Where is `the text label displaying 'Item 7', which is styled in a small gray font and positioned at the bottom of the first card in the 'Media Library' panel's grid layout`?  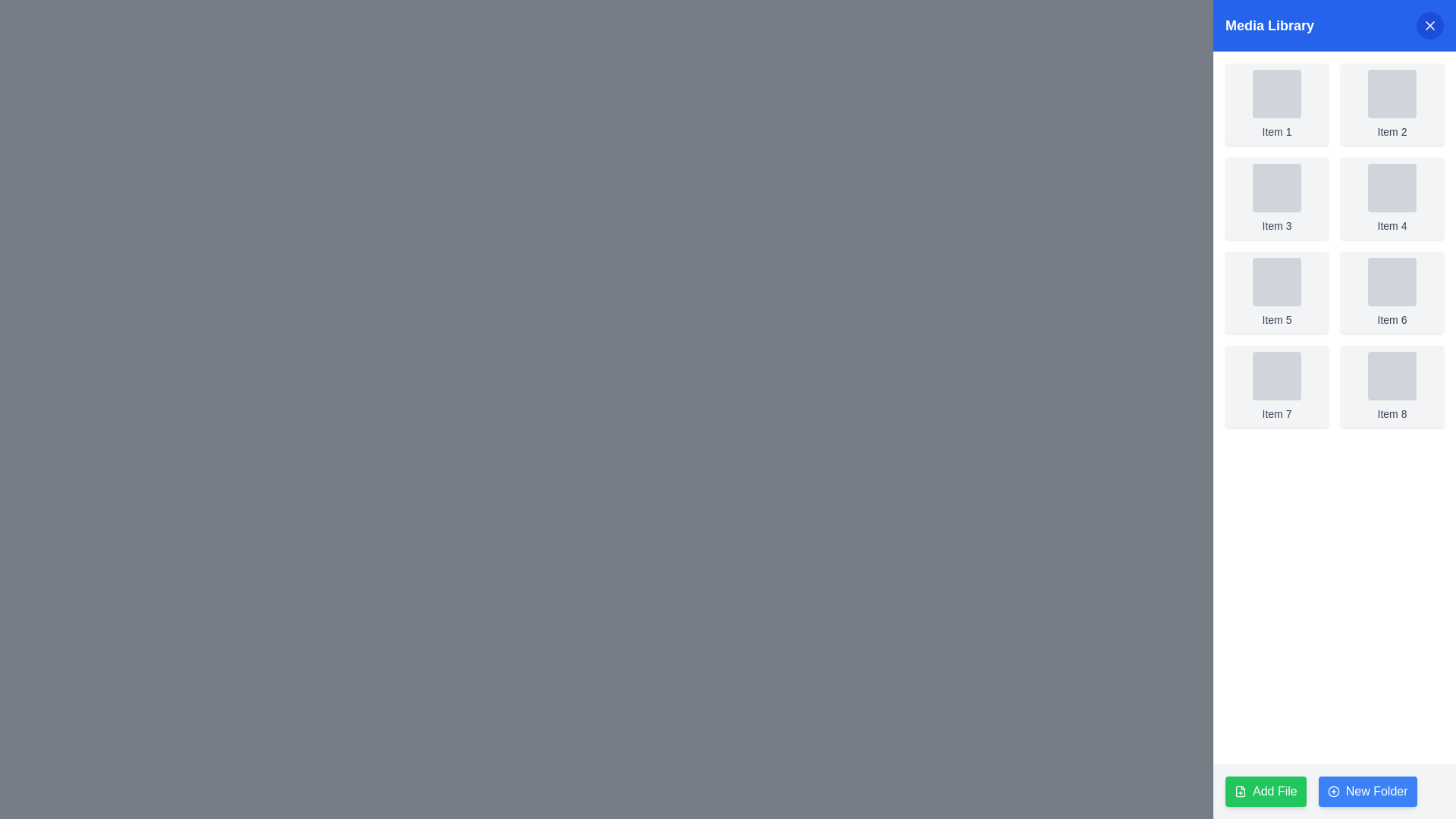
the text label displaying 'Item 7', which is styled in a small gray font and positioned at the bottom of the first card in the 'Media Library' panel's grid layout is located at coordinates (1276, 414).